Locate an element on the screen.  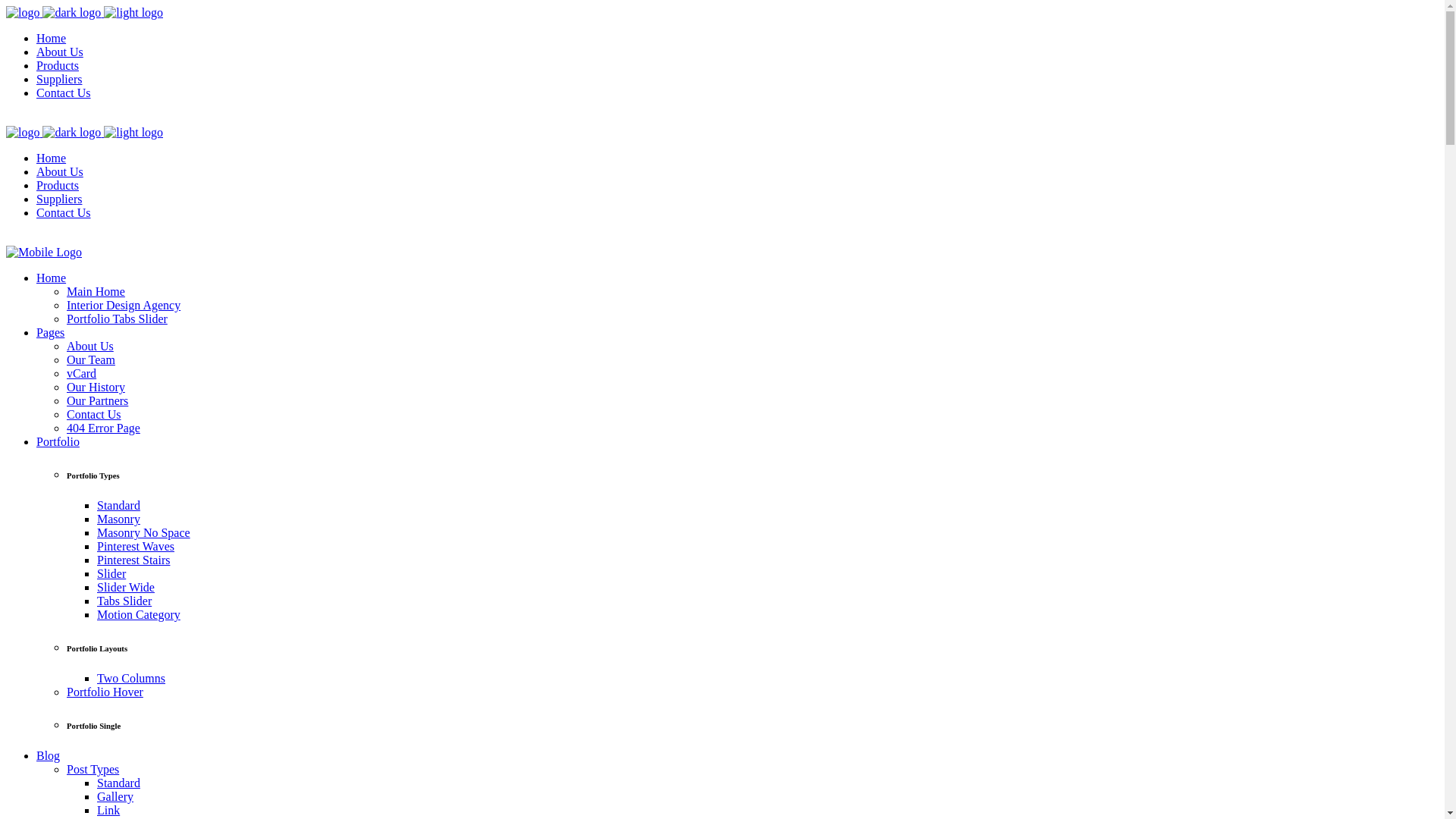
'Slider' is located at coordinates (96, 573).